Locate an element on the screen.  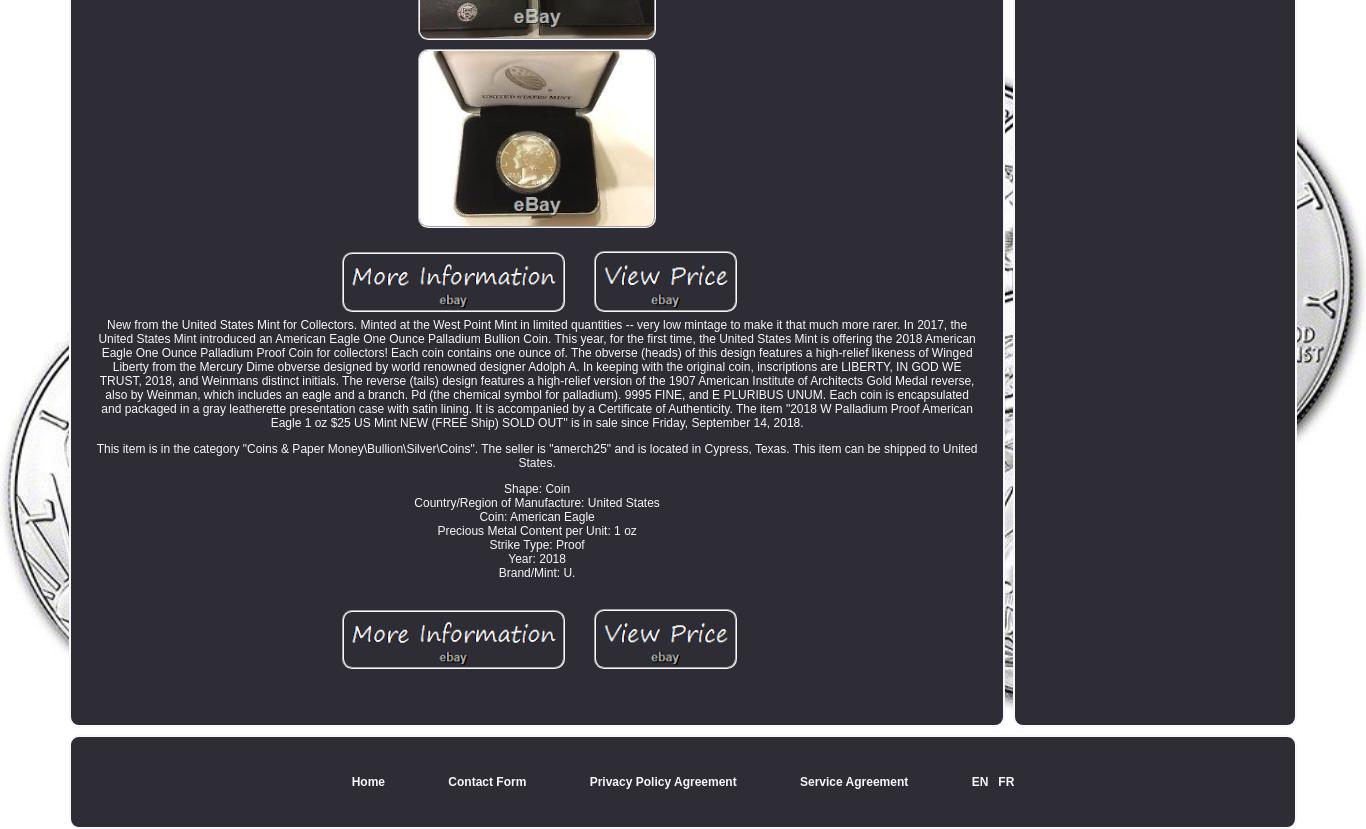
'This item is in the category "Coins & Paper Money\Bullion\Silver\Coins". The seller is "amerch25" and is located in Cypress, Texas. This item can be shipped to United States.' is located at coordinates (536, 455).